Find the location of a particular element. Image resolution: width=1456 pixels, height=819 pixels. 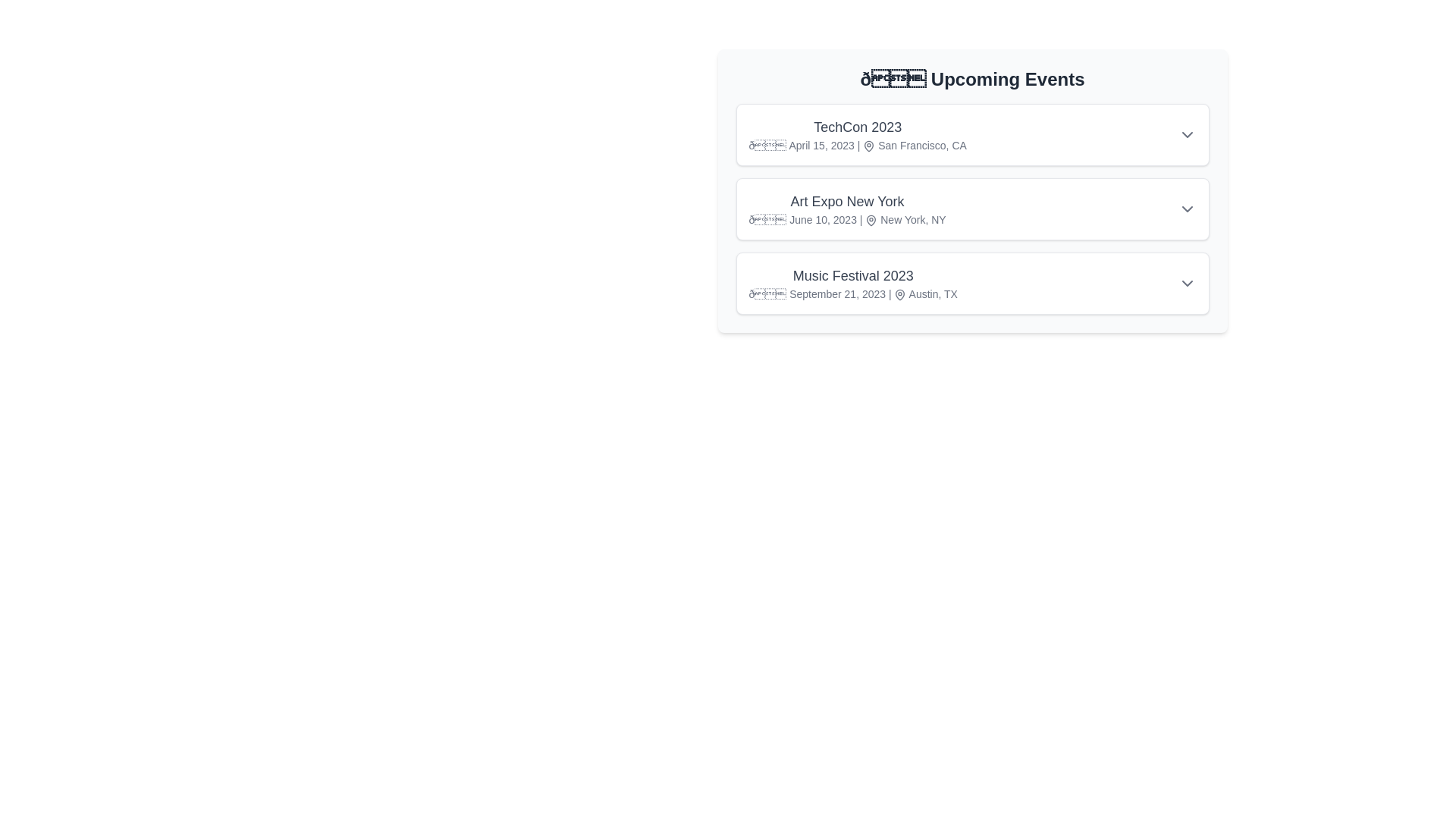

the event title TechCon 2023 to toggle its details is located at coordinates (858, 127).